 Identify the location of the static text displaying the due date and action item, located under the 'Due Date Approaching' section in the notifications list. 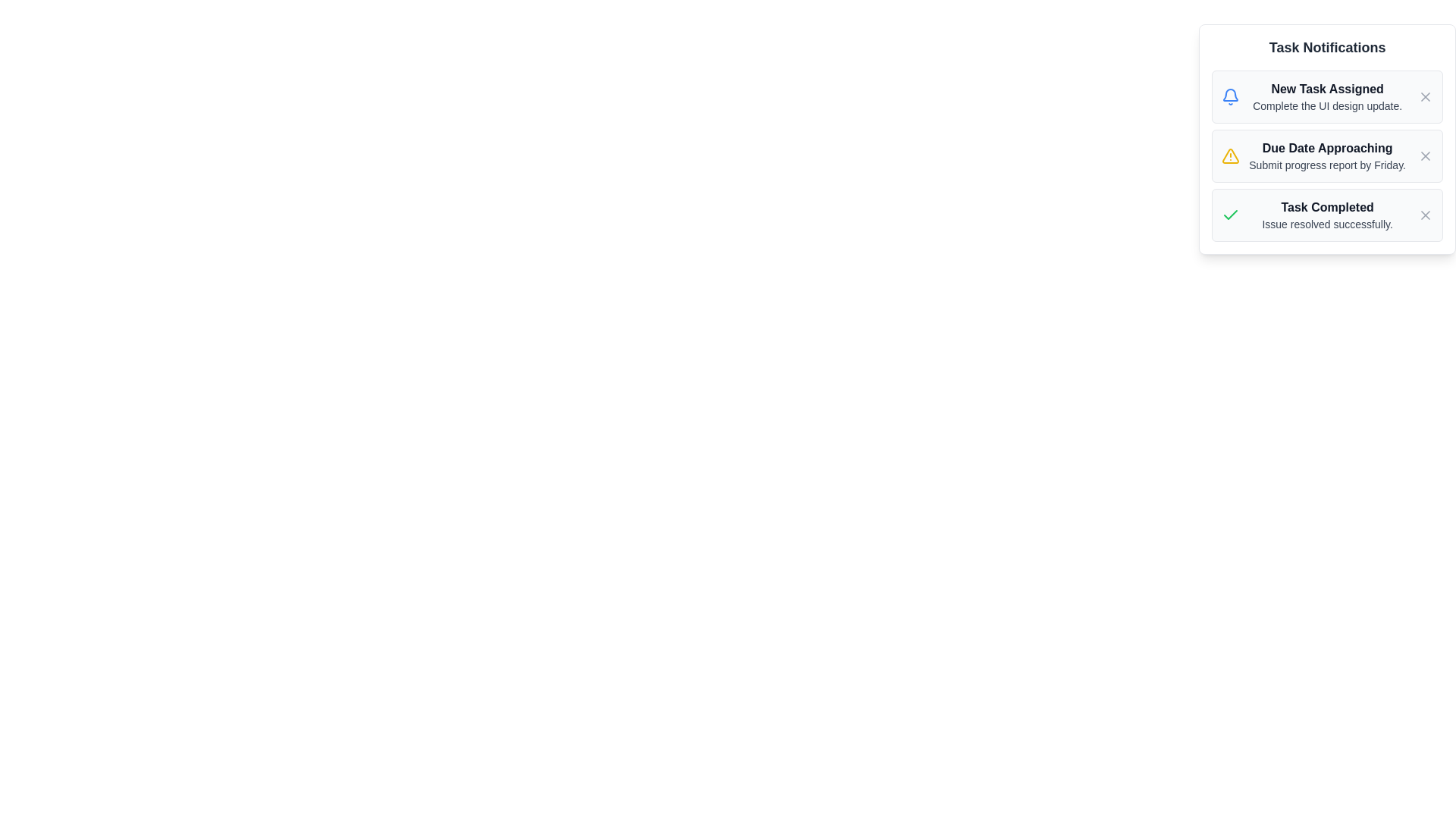
(1326, 165).